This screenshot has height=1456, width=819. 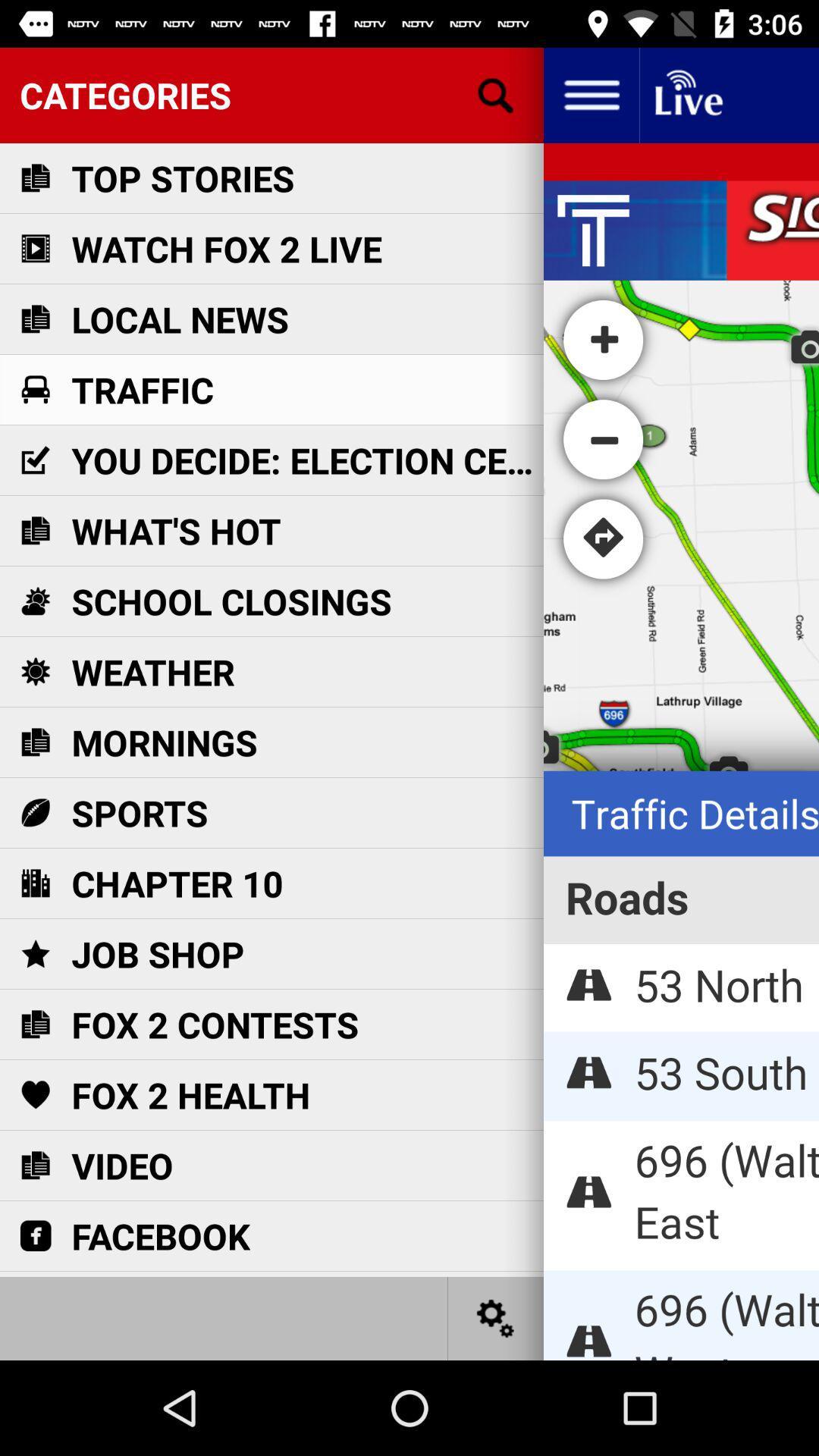 I want to click on setting button, so click(x=496, y=1317).